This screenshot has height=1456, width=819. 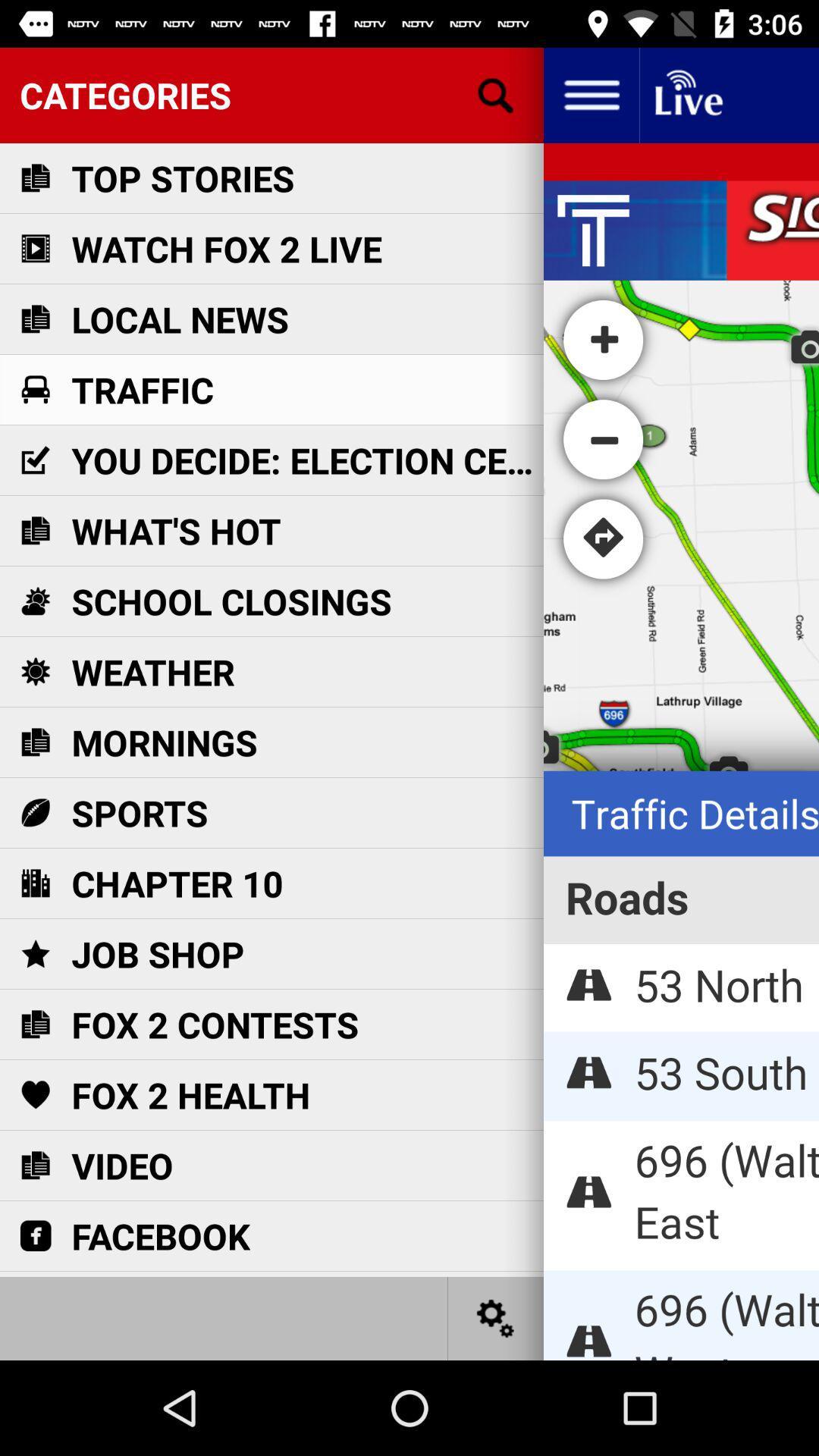 I want to click on setting button, so click(x=496, y=1317).